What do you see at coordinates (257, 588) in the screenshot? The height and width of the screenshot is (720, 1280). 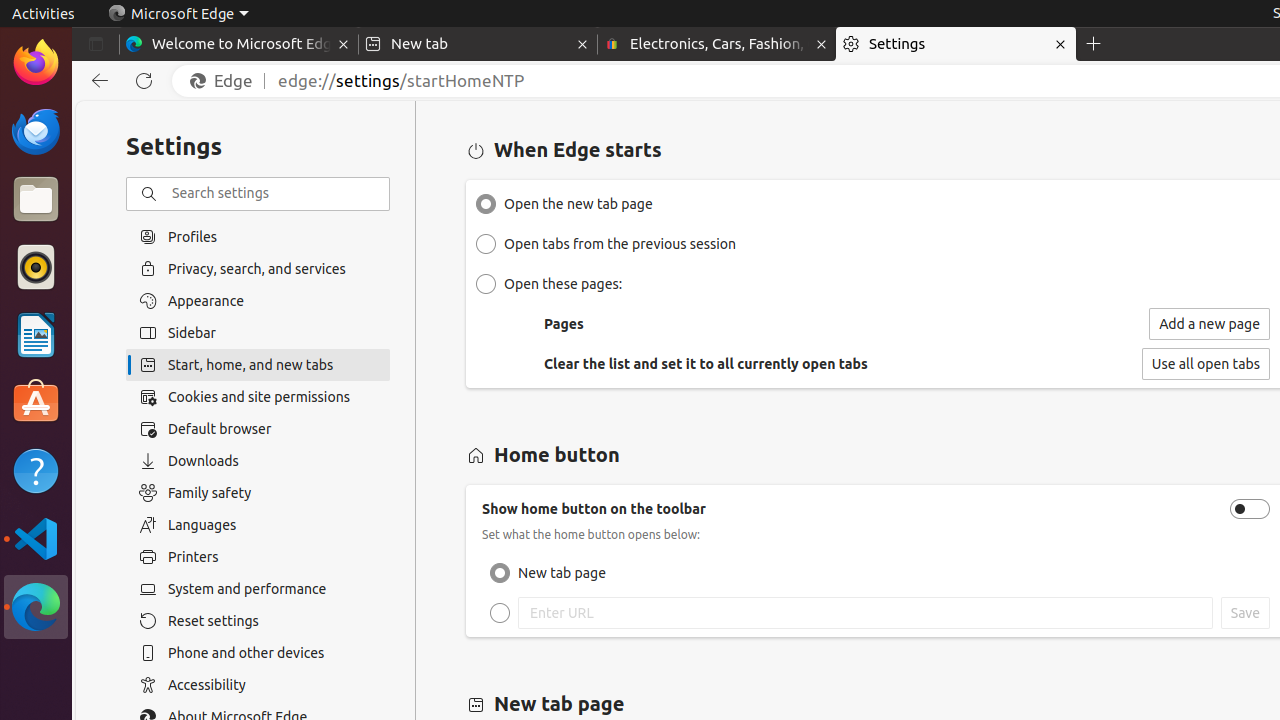 I see `'System and performance'` at bounding box center [257, 588].